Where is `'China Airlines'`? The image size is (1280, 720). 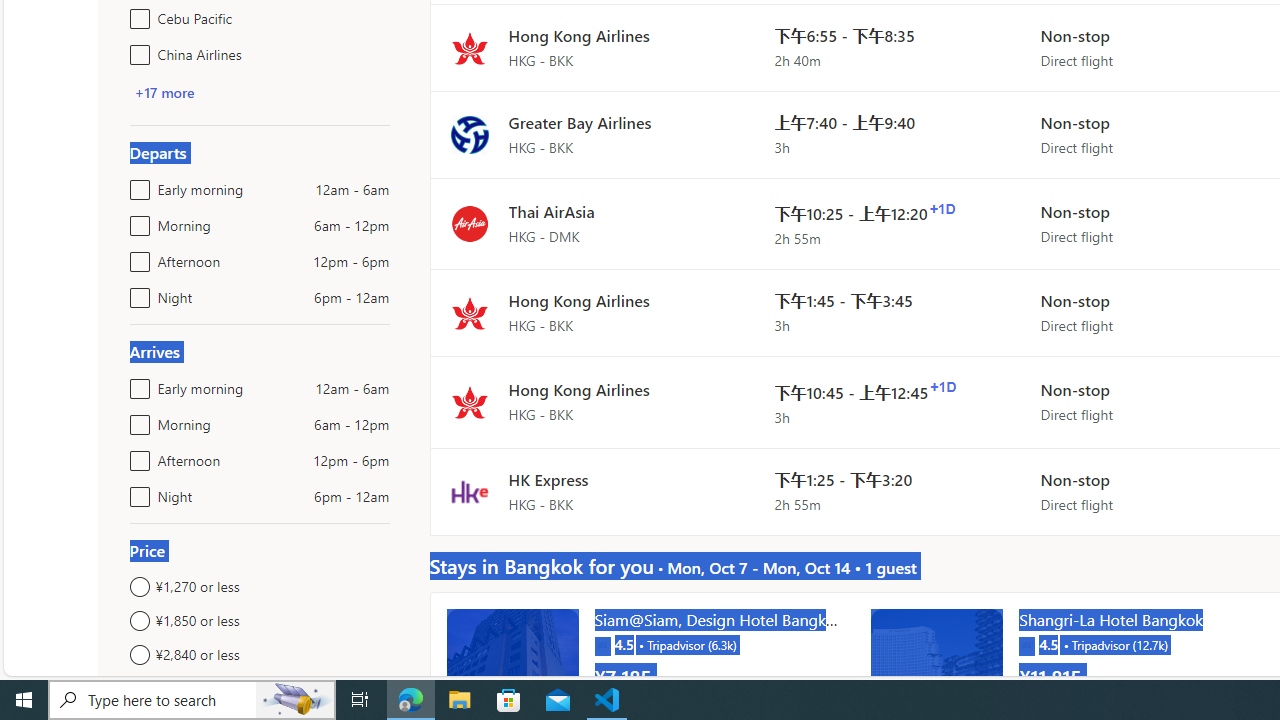
'China Airlines' is located at coordinates (135, 50).